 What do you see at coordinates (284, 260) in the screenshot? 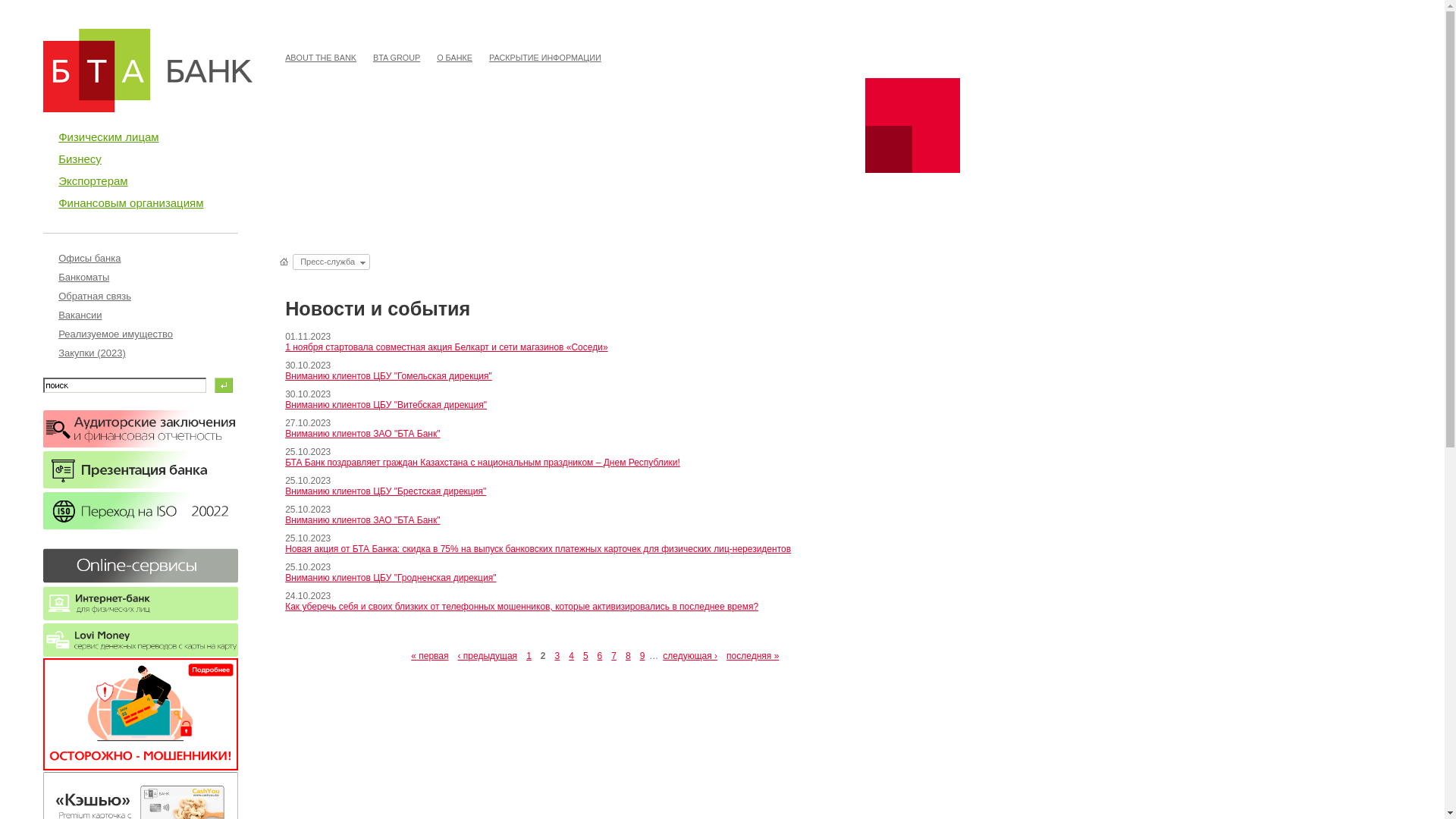
I see `' '` at bounding box center [284, 260].